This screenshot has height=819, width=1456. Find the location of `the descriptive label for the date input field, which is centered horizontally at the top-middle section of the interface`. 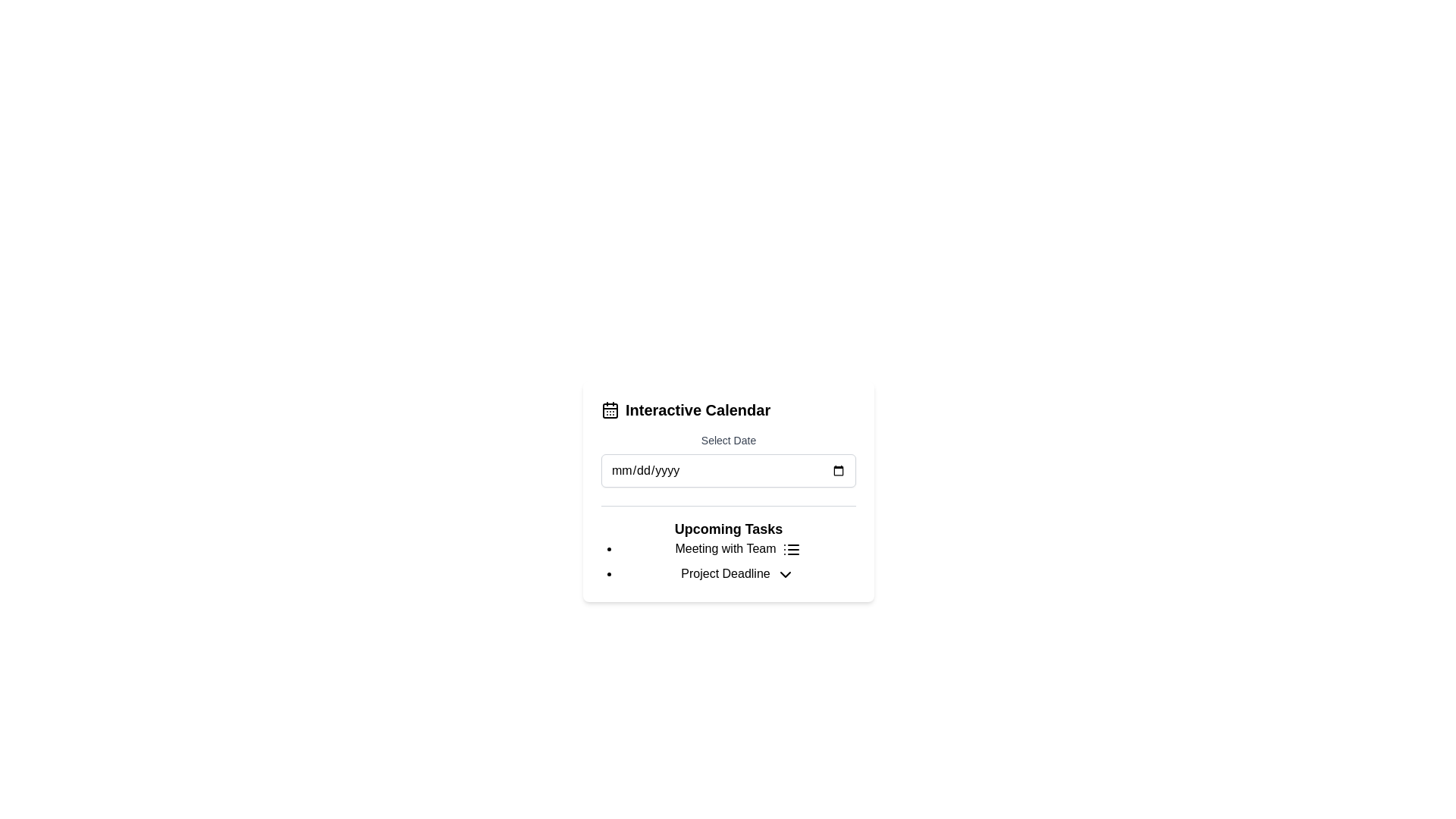

the descriptive label for the date input field, which is centered horizontally at the top-middle section of the interface is located at coordinates (728, 441).